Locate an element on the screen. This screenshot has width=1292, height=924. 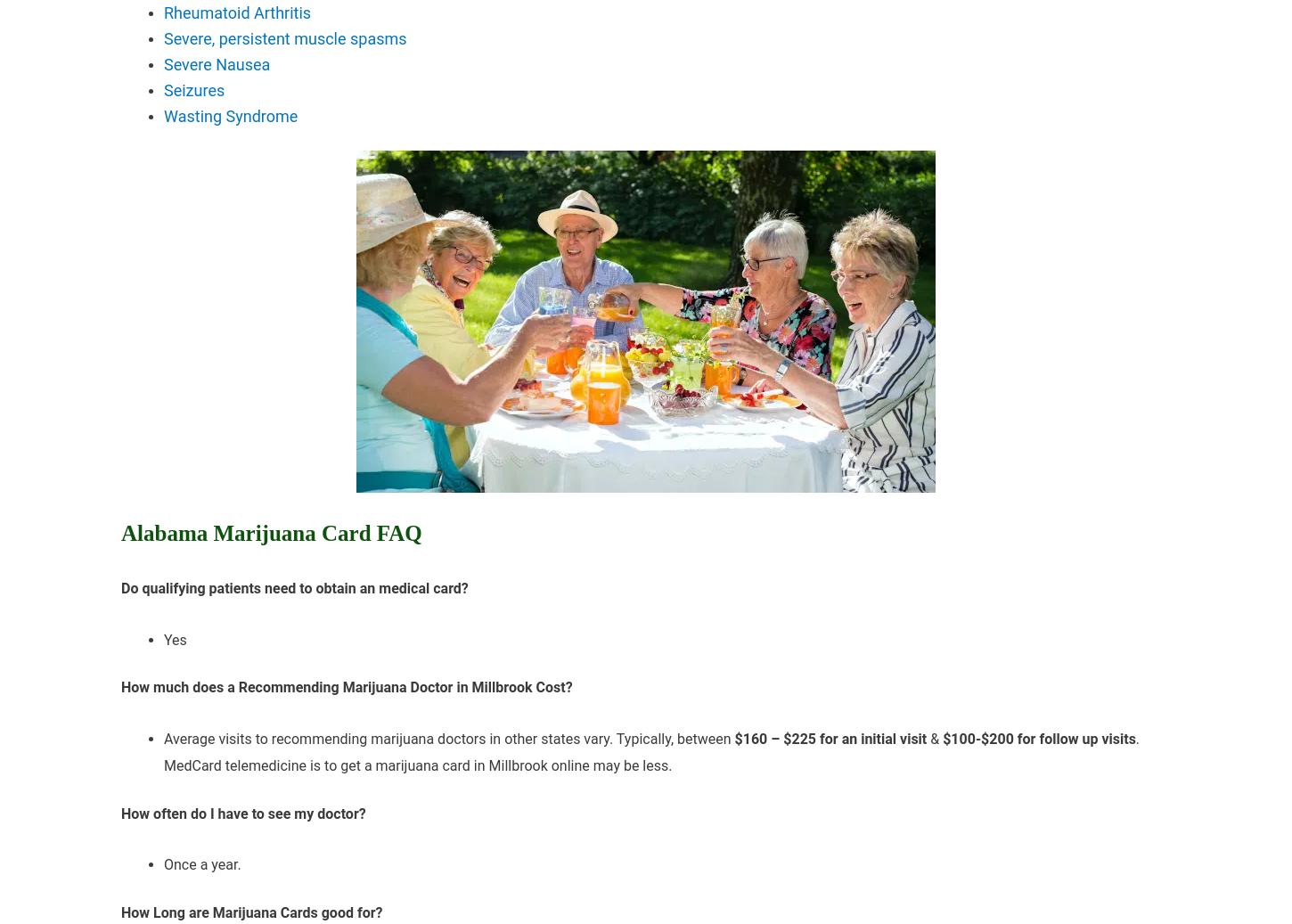
'Wasting Syndrome' is located at coordinates (230, 114).